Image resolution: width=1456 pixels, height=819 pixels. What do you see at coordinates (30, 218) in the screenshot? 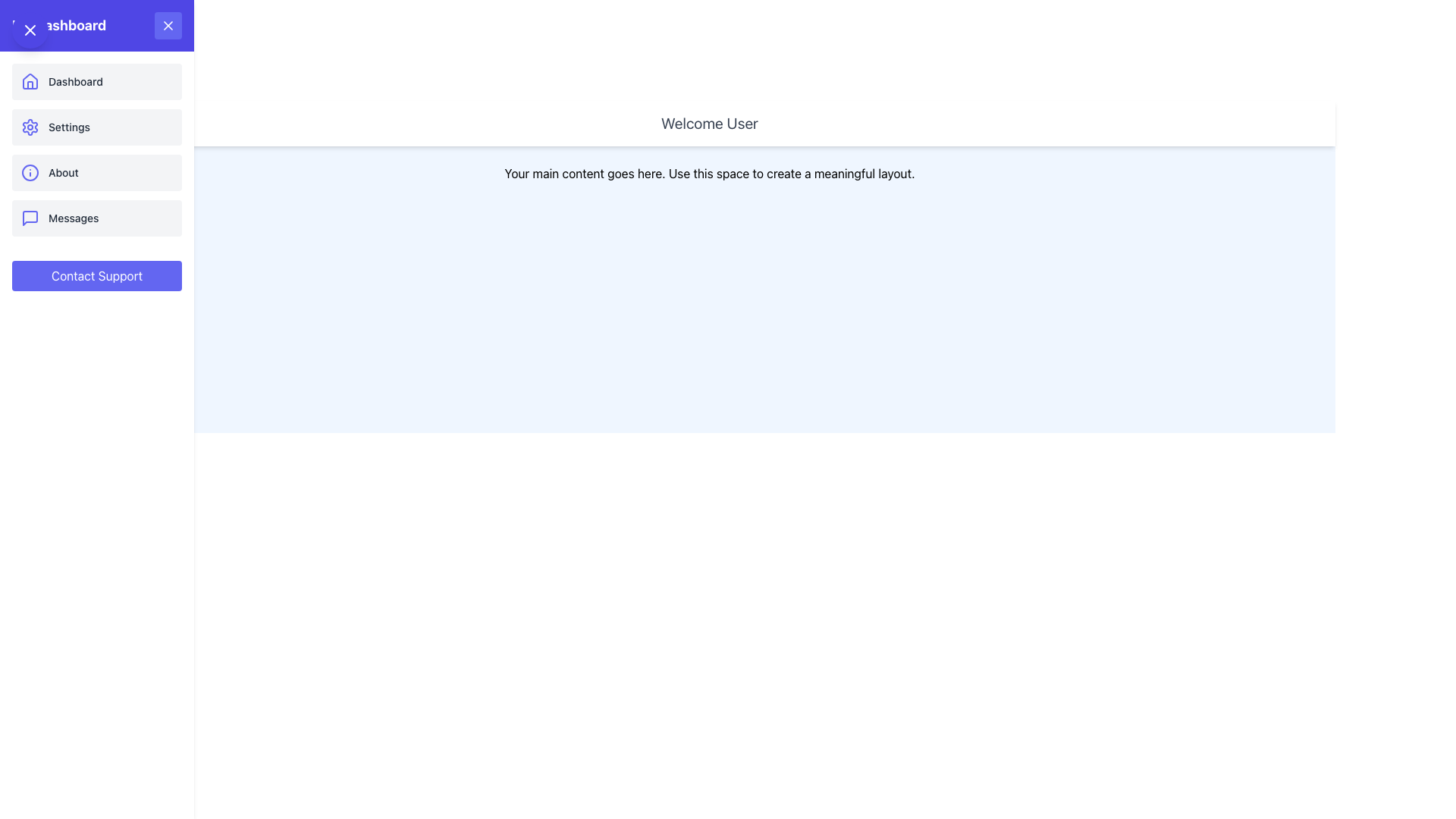
I see `the small, rounded rectangle blueish-purple icon located in the sidebar navigation panel, positioned to the left of the 'Messages' text label` at bounding box center [30, 218].